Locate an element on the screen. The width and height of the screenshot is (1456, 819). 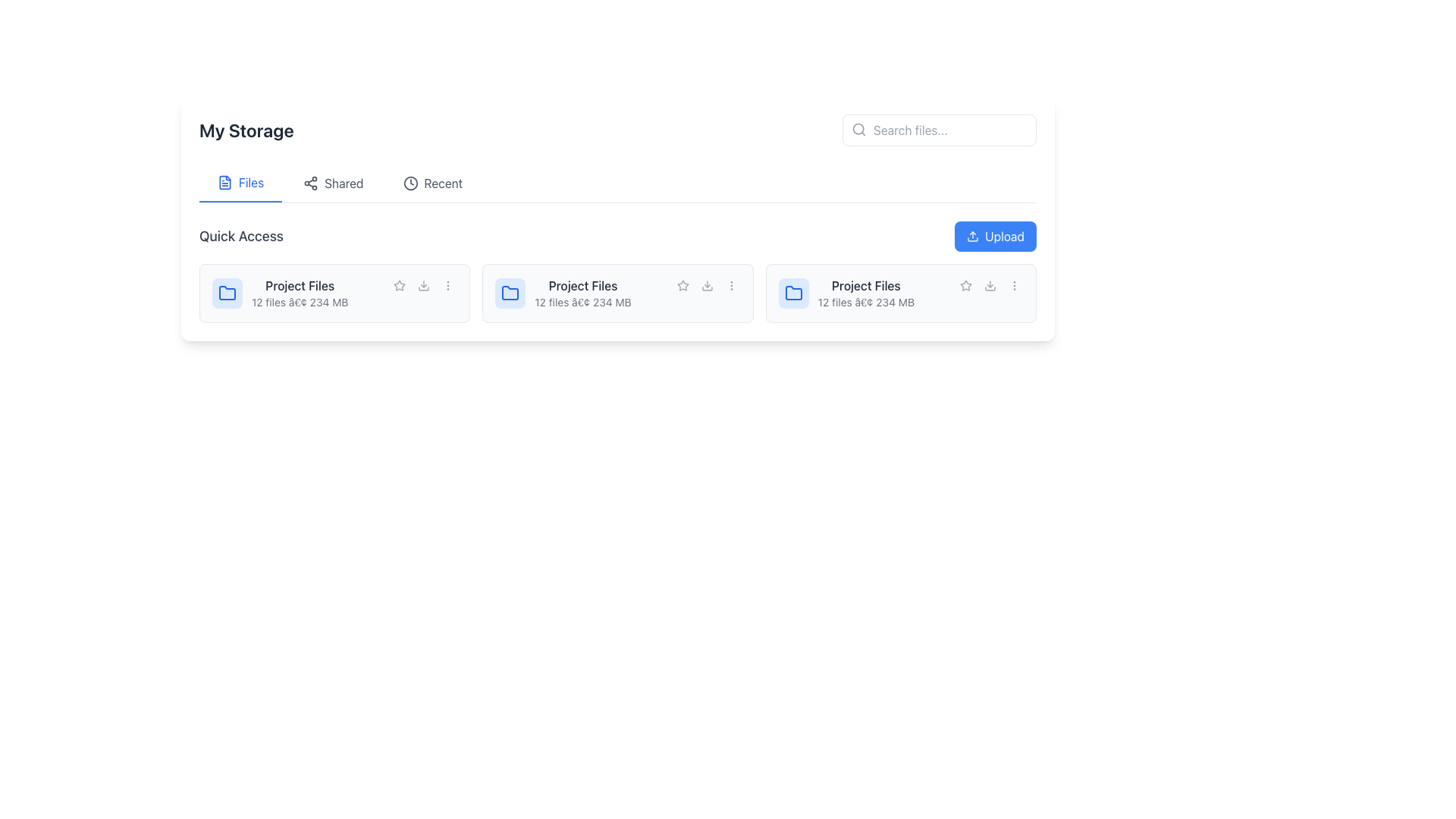
information presented in the text-based informational display located in the middle of three similar elements under the 'Quick Access' section, associated with the folder symbol to its left is located at coordinates (582, 293).